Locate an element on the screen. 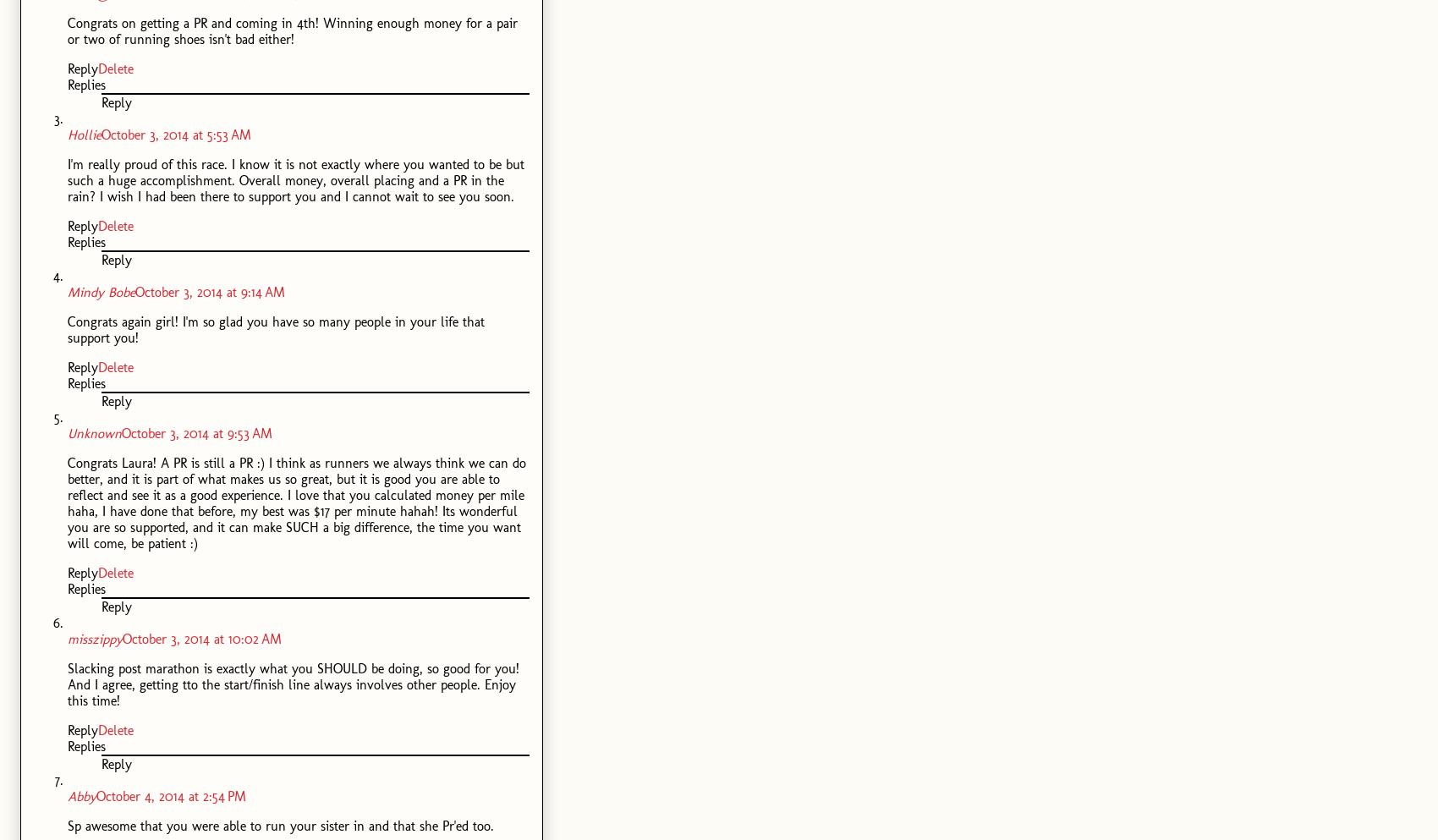 This screenshot has height=840, width=1438. 'I'm really proud of this race.  I know it is not exactly where you wanted to be but such a huge accomplishment.  Overall money, overall placing and a PR in the rain?  I wish I had been there to support you and I cannot wait to see you soon.' is located at coordinates (295, 180).